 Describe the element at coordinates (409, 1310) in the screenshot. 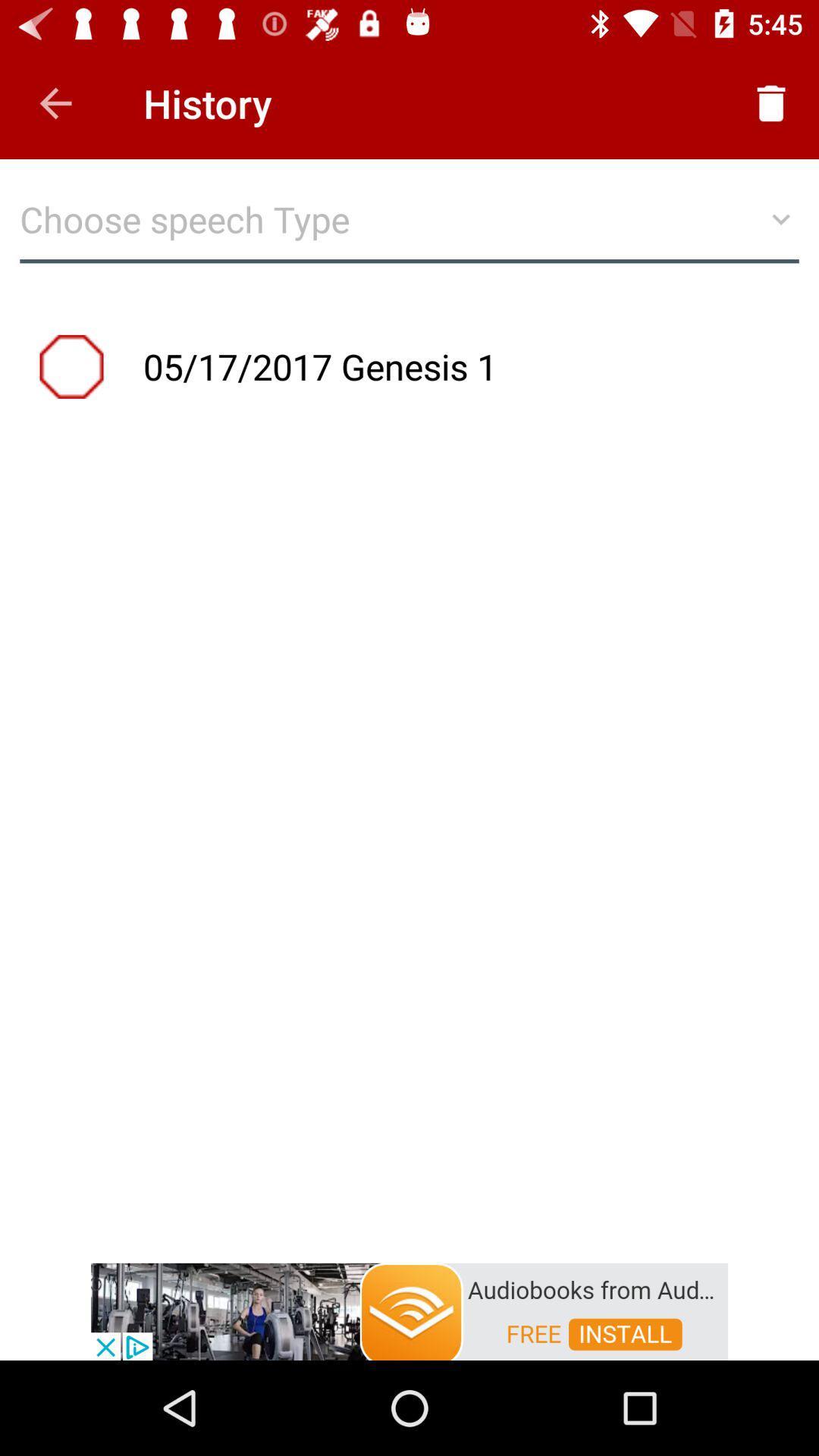

I see `open advertisement` at that location.